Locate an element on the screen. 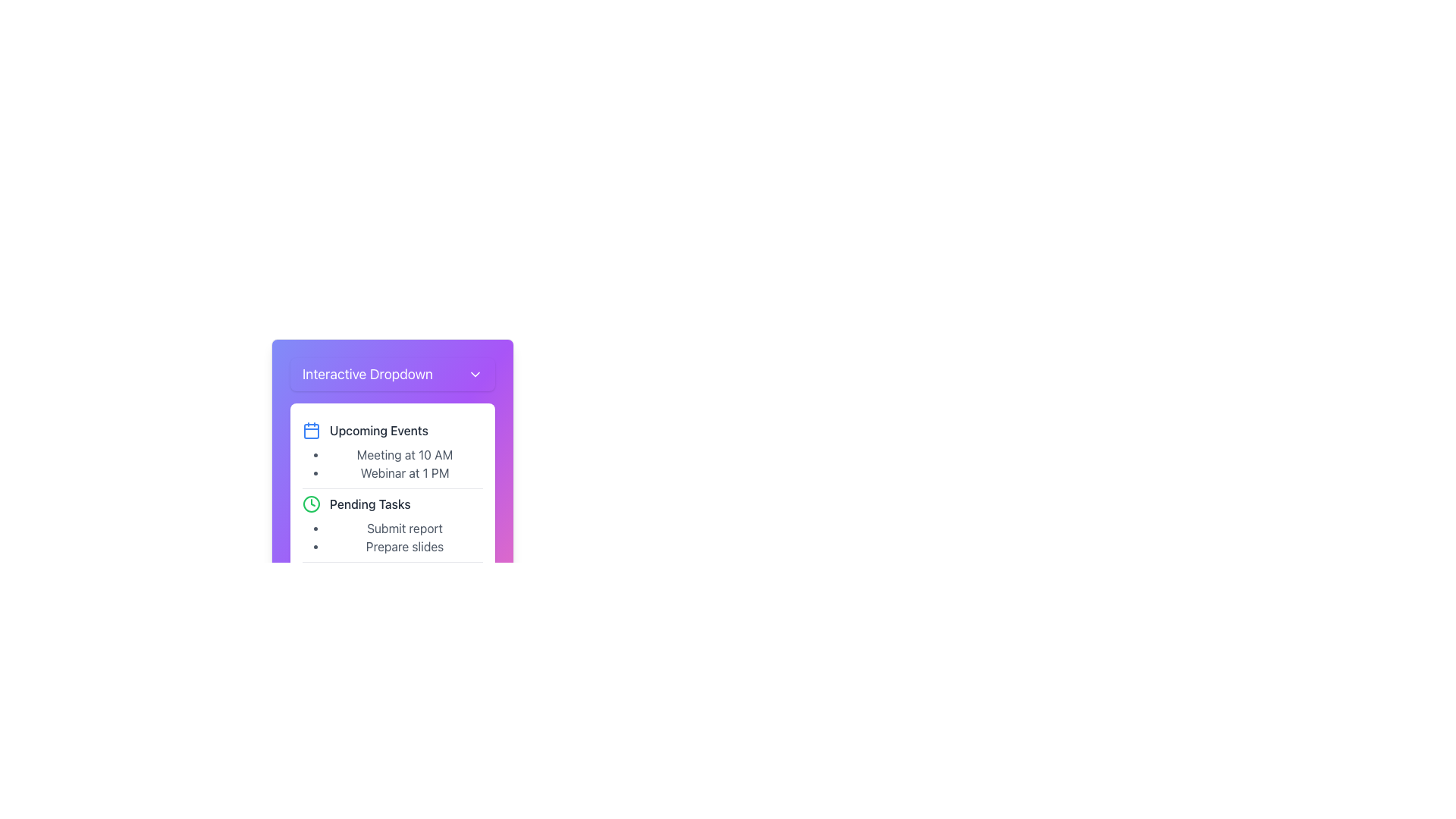 The width and height of the screenshot is (1456, 819). the decorative Circle SVG element that forms the outer boundary of the clock icon in the 'Pending Tasks' section of the dropdown menu is located at coordinates (311, 504).